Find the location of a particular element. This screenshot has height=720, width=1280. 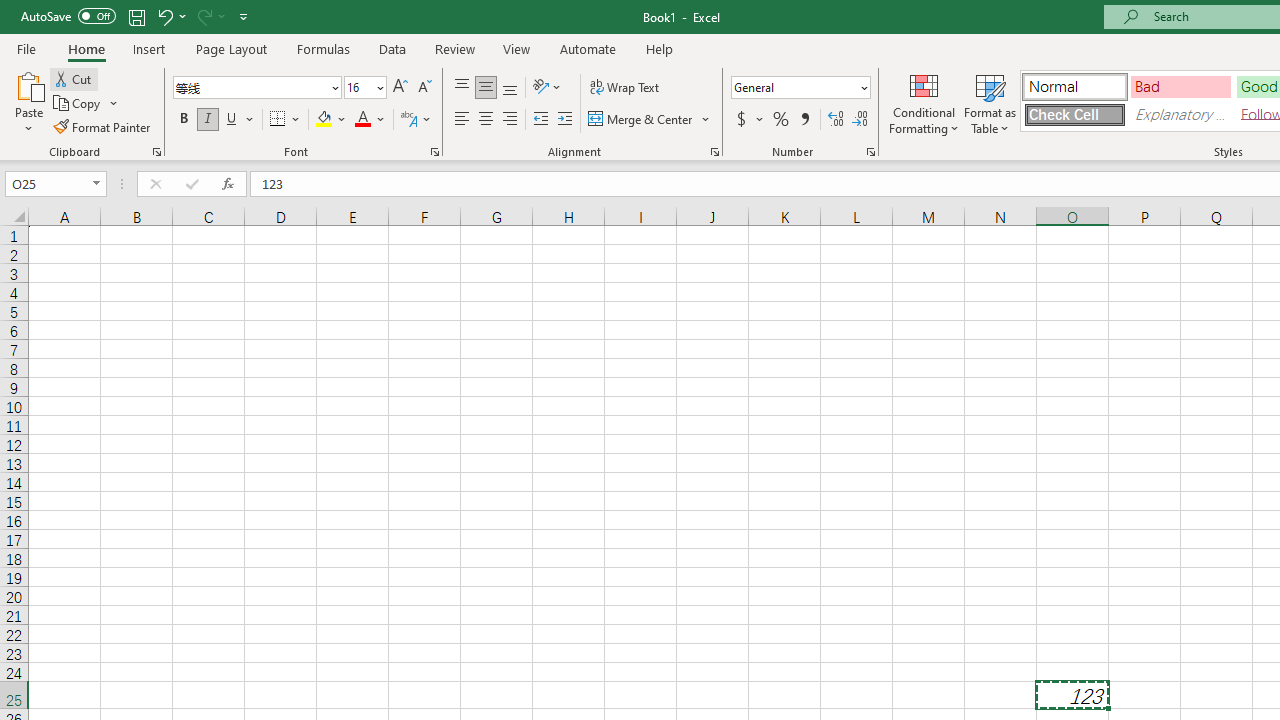

'Format Cell Font' is located at coordinates (434, 150).